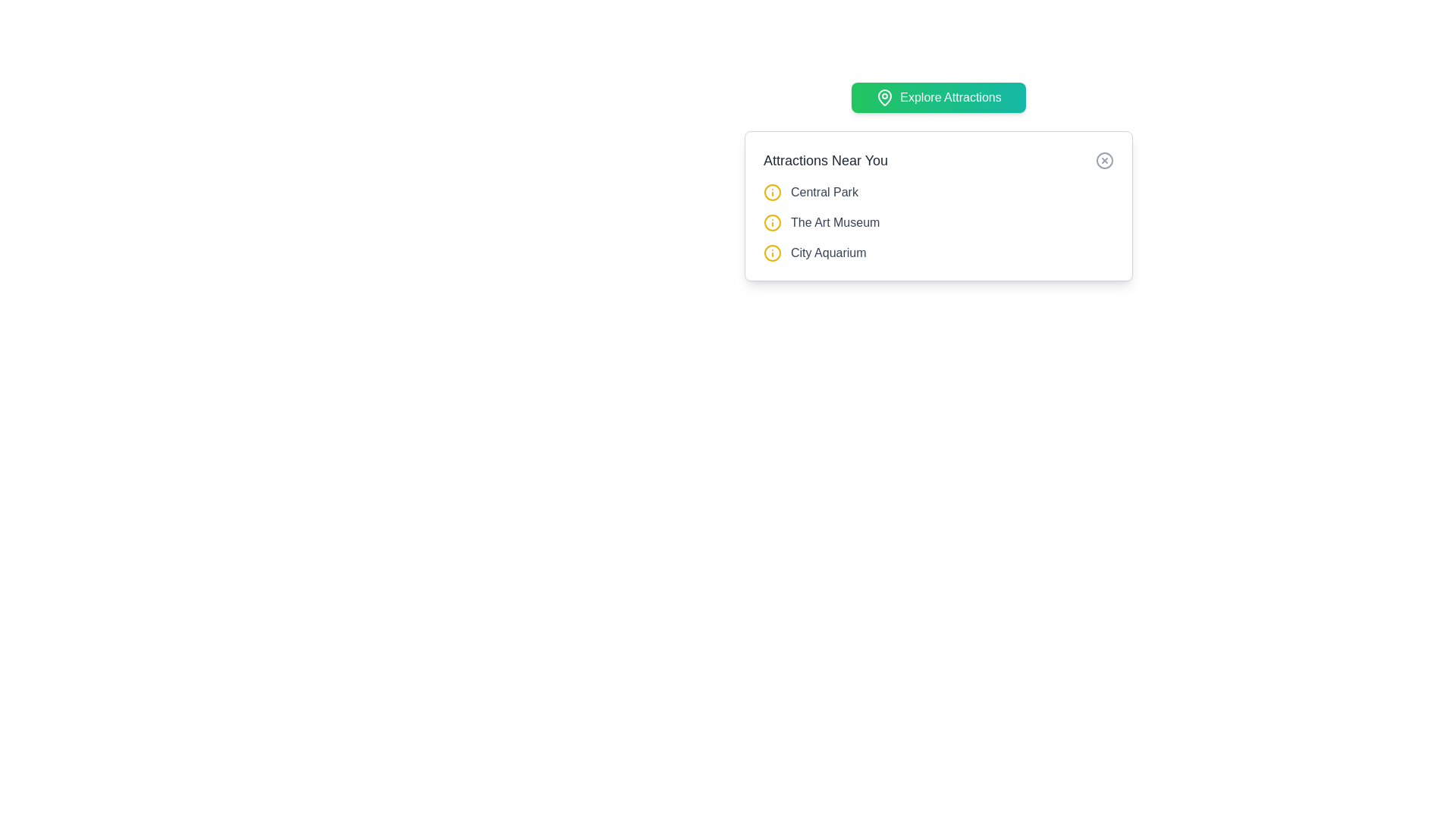 The height and width of the screenshot is (819, 1456). What do you see at coordinates (834, 222) in the screenshot?
I see `the non-interactive text label representing 'The Art Museum' located in the attractions list under 'Attractions Near You.'` at bounding box center [834, 222].